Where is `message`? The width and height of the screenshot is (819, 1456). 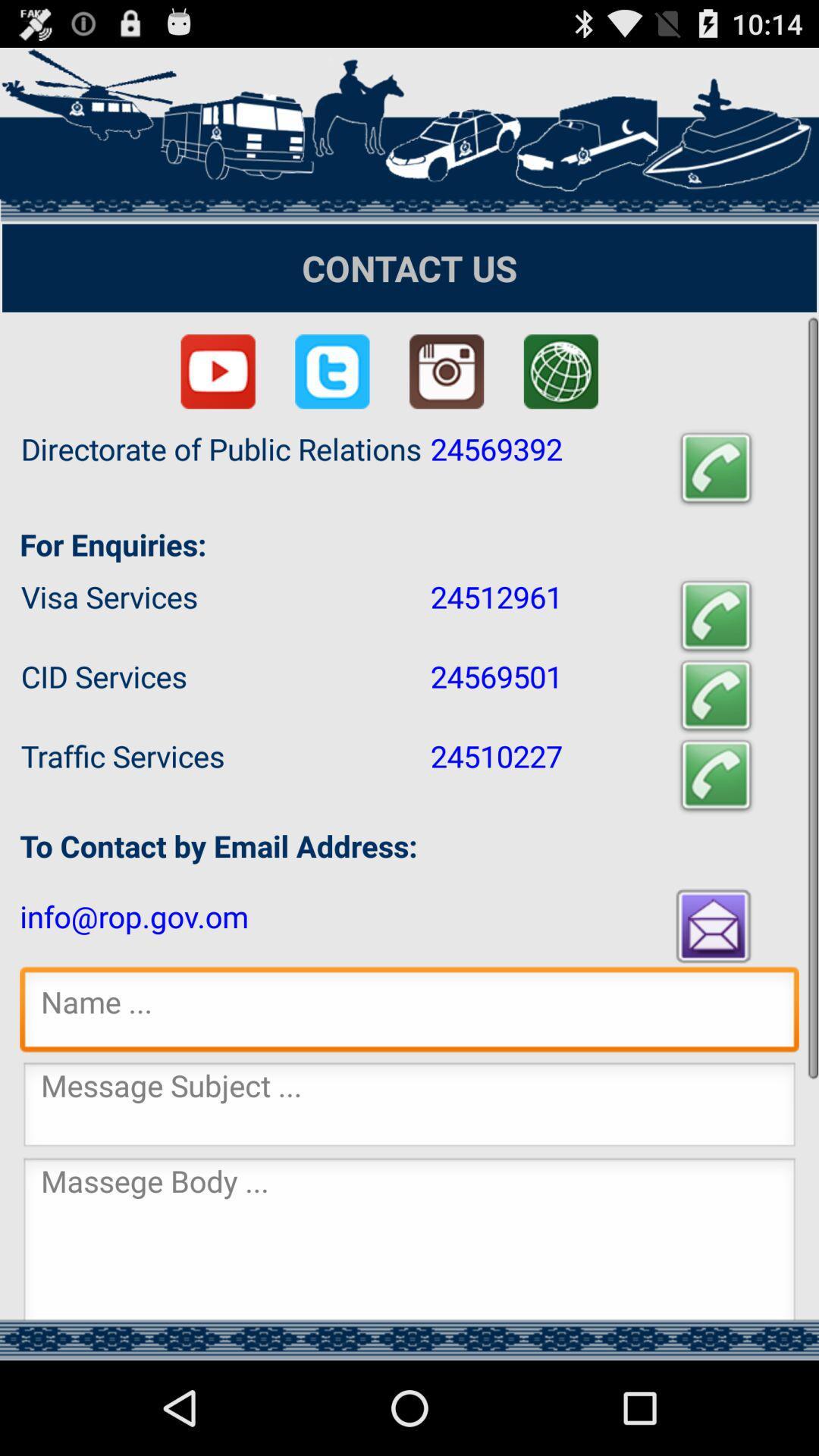 message is located at coordinates (409, 1238).